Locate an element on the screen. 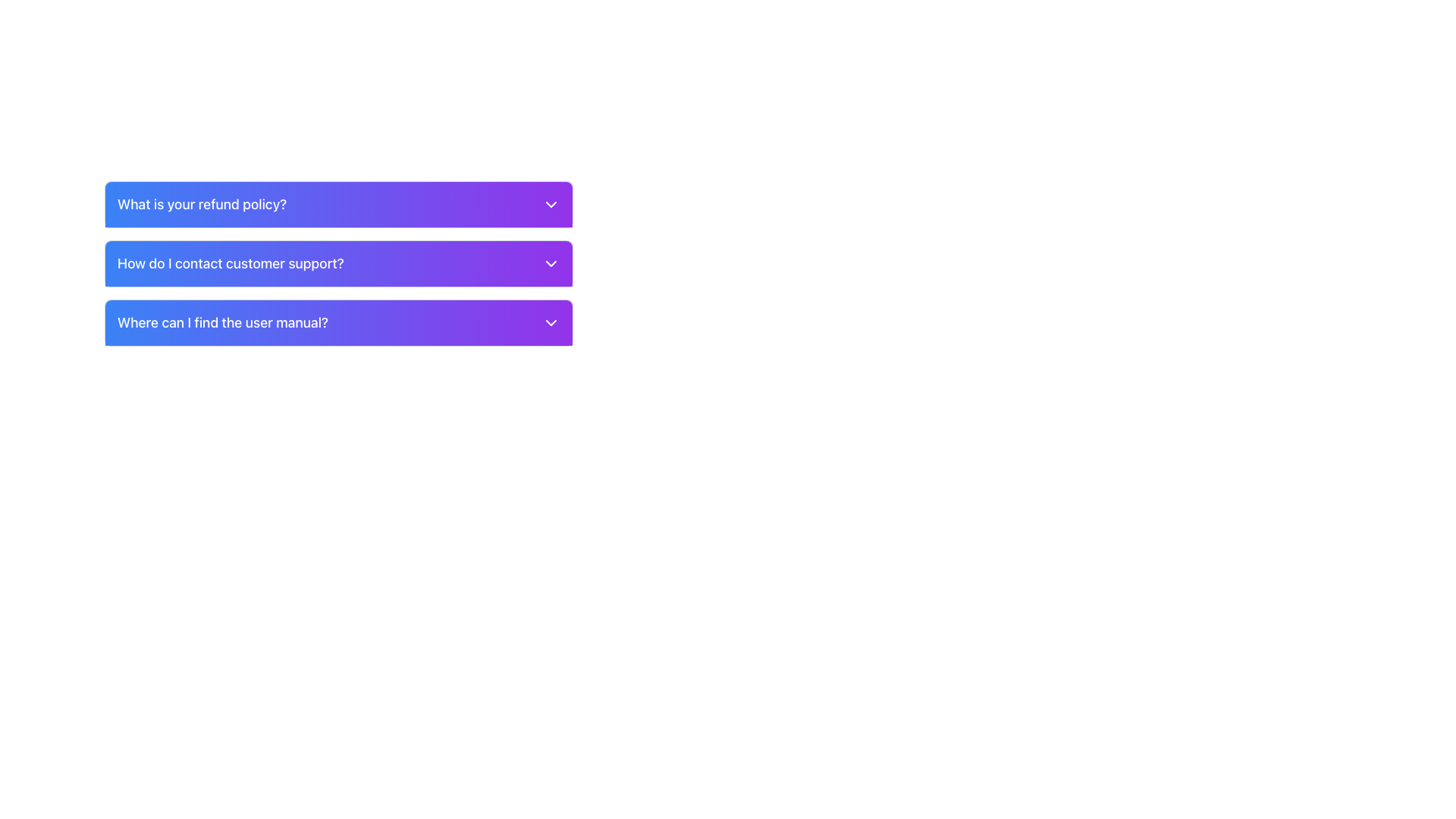 This screenshot has width=1456, height=819. the interactive list item containing the question 'How do I contact customer support?' is located at coordinates (337, 262).